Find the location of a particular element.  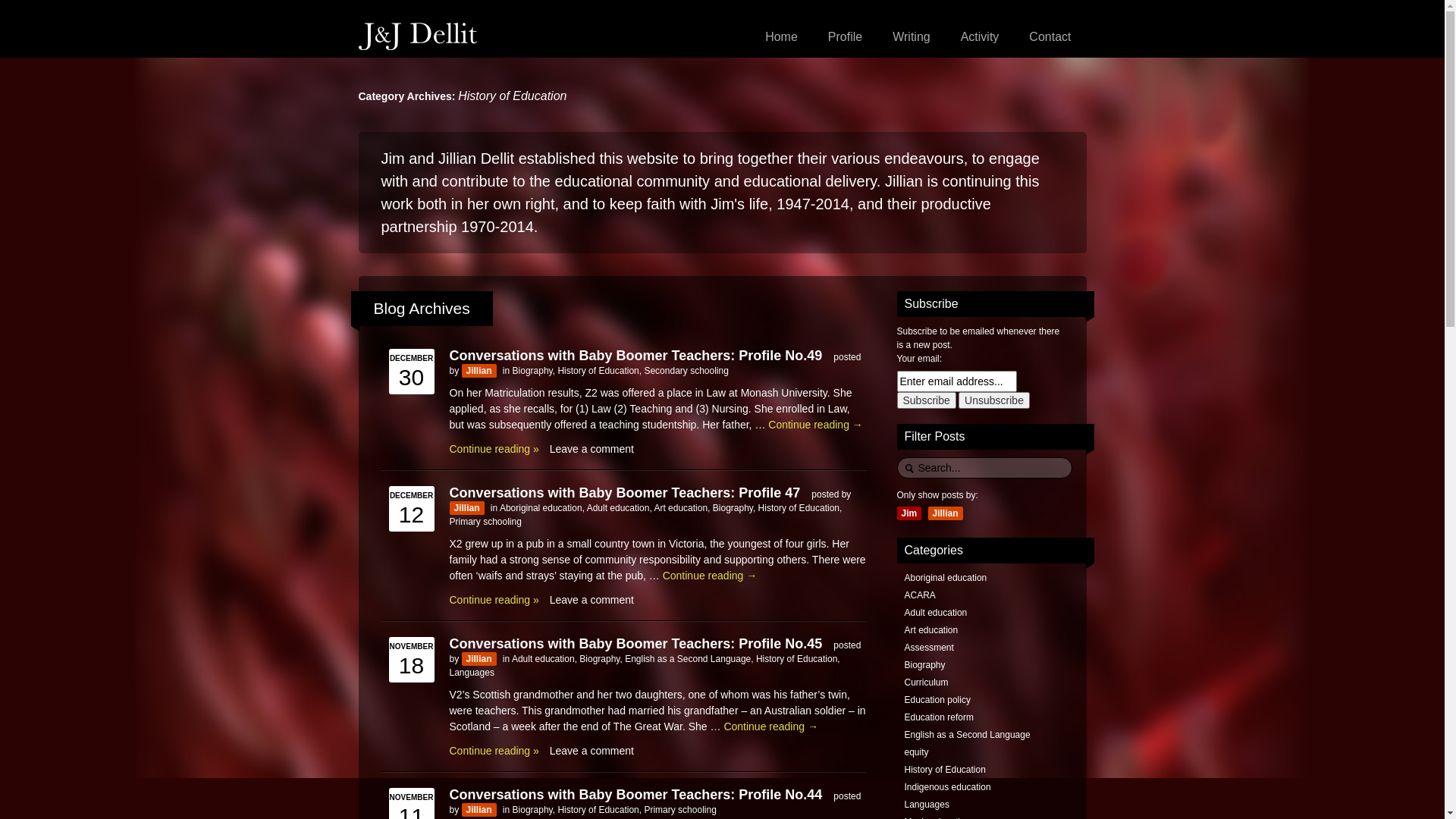

'English as a Second Language' is located at coordinates (625, 657).